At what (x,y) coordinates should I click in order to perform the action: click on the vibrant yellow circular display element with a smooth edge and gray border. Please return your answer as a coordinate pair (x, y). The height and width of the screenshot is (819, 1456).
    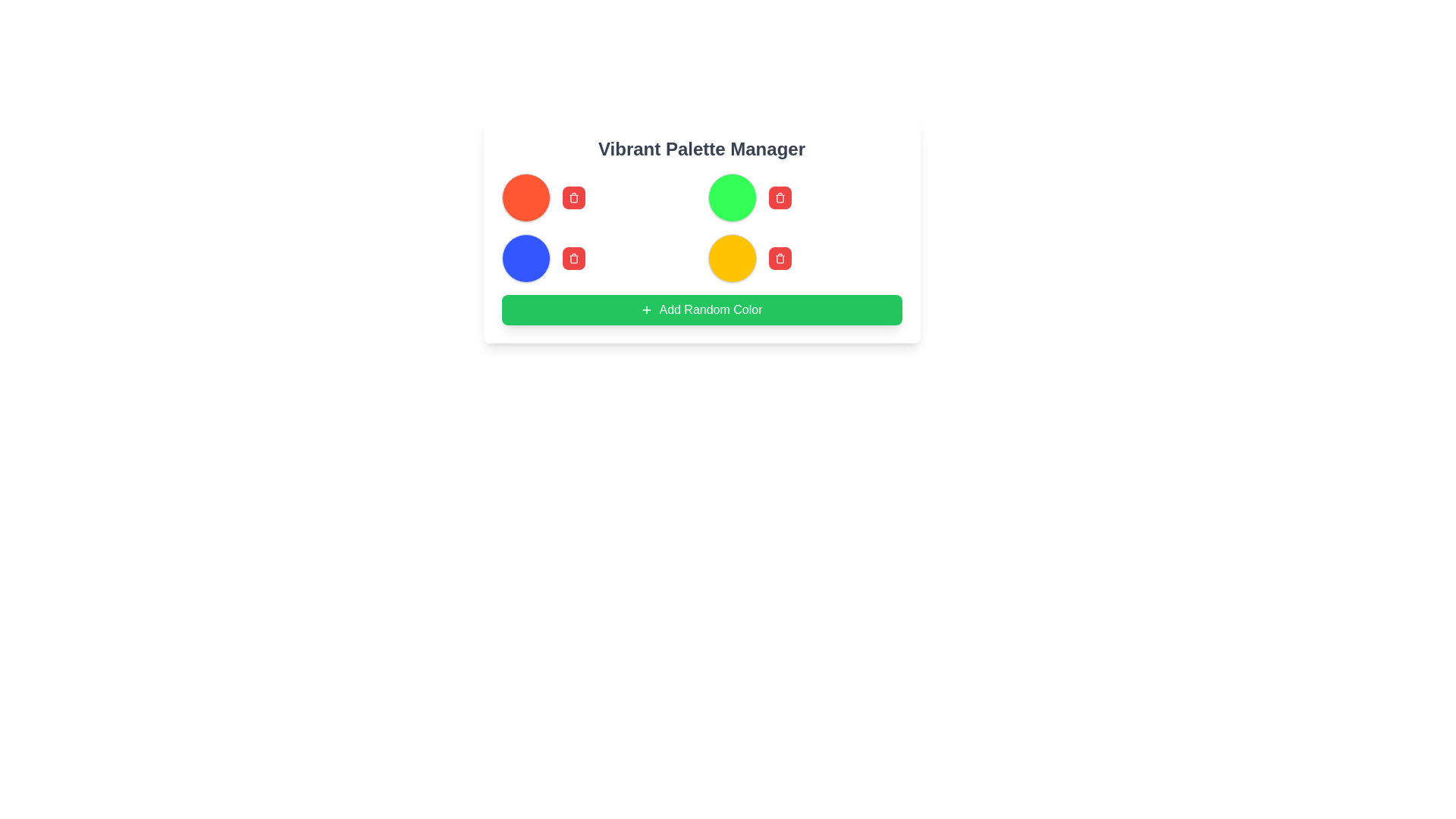
    Looking at the image, I should click on (732, 257).